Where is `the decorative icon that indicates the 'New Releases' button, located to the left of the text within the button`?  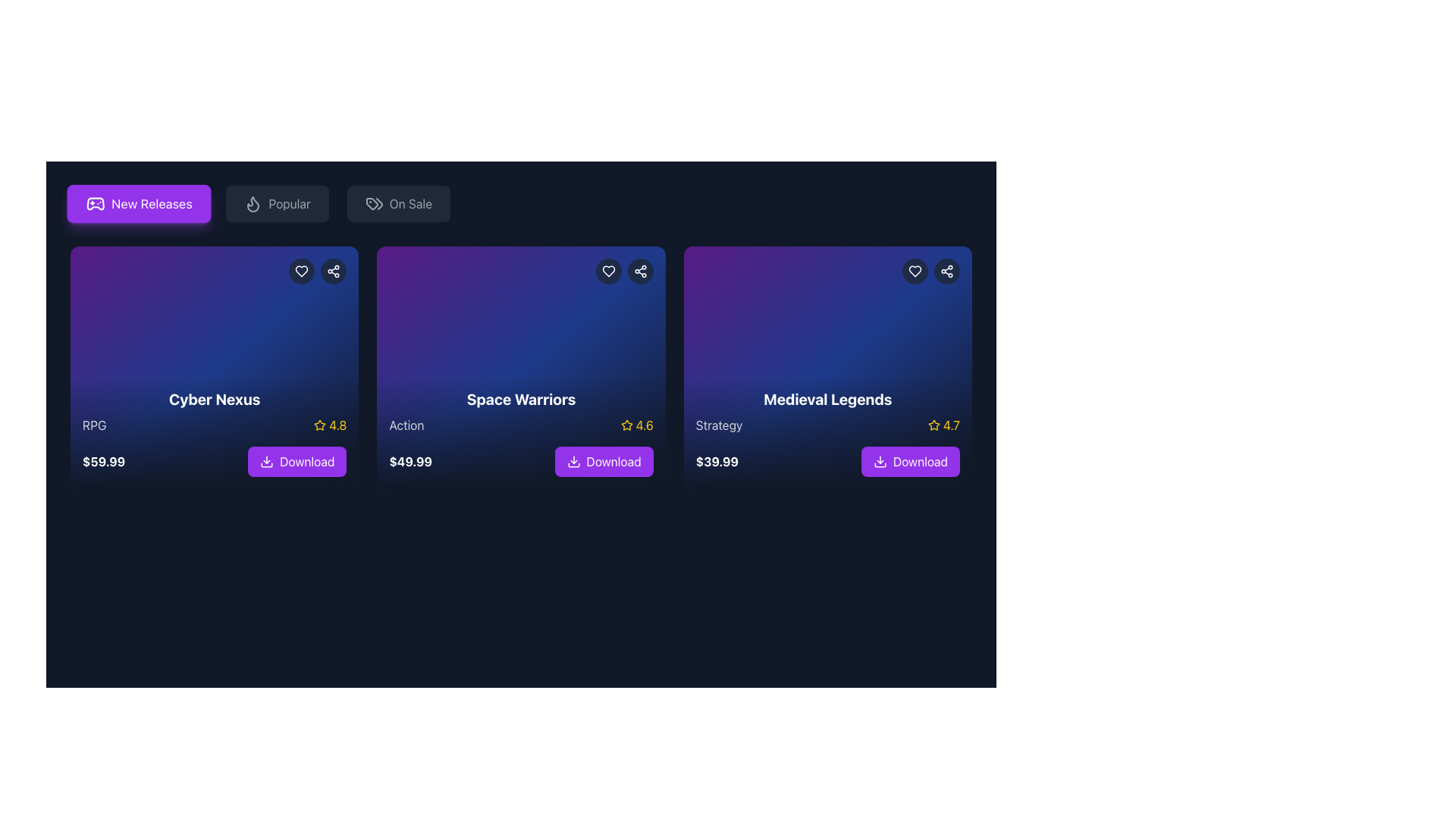
the decorative icon that indicates the 'New Releases' button, located to the left of the text within the button is located at coordinates (95, 203).